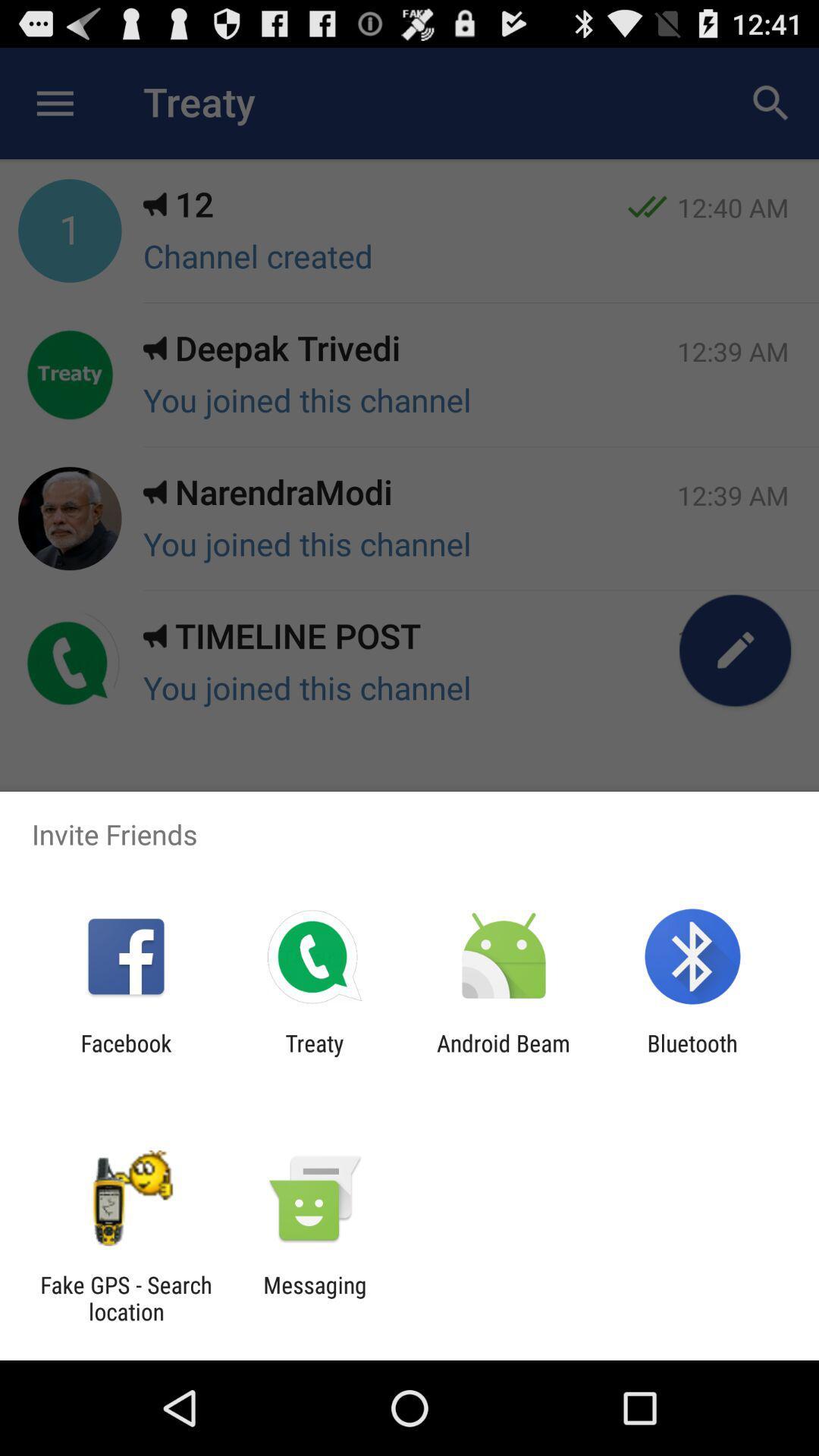 The image size is (819, 1456). What do you see at coordinates (504, 1056) in the screenshot?
I see `the item next to bluetooth` at bounding box center [504, 1056].